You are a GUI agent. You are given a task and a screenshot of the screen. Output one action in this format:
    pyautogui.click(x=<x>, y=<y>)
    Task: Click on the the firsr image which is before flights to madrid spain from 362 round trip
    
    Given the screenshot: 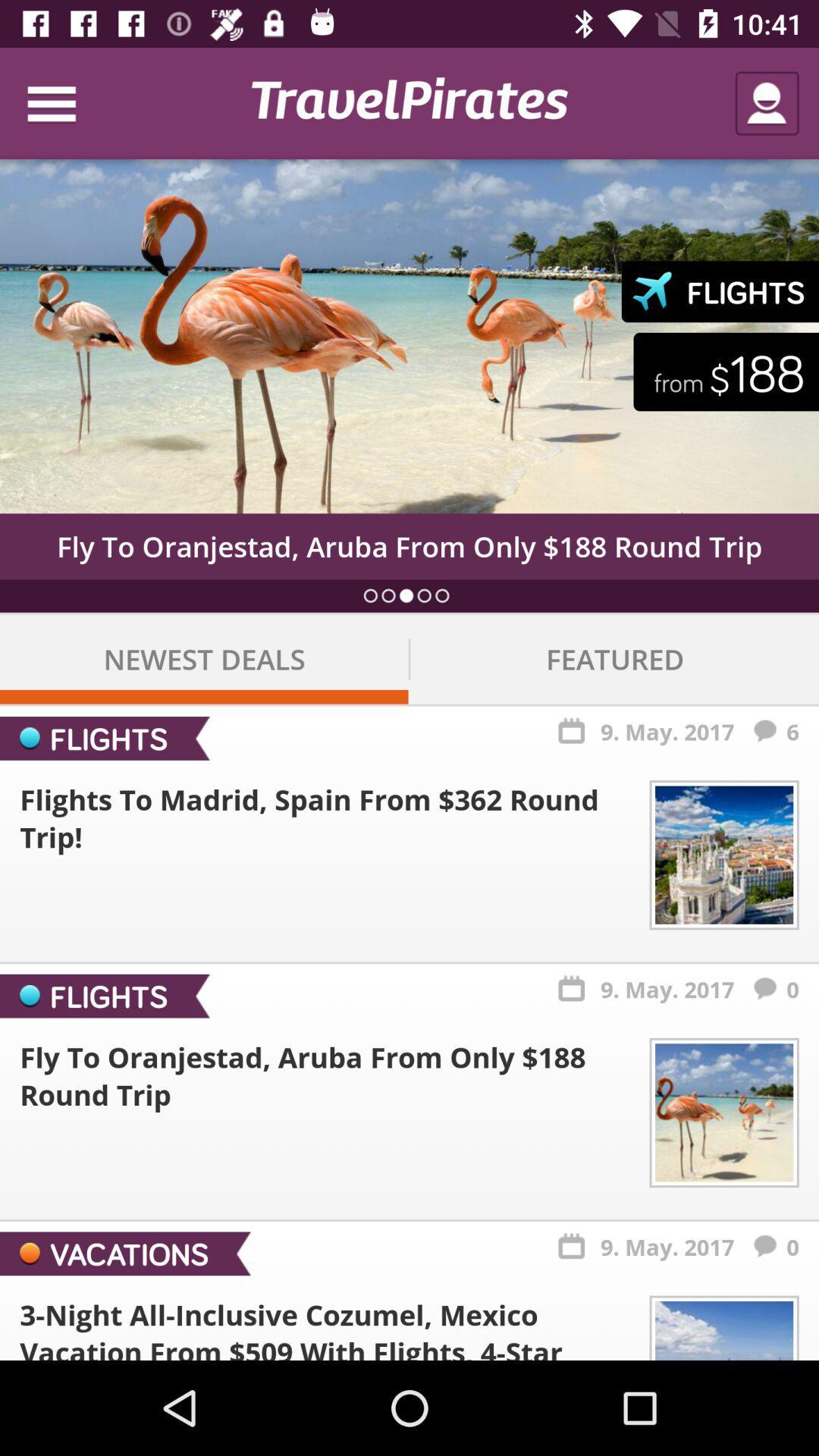 What is the action you would take?
    pyautogui.click(x=723, y=855)
    